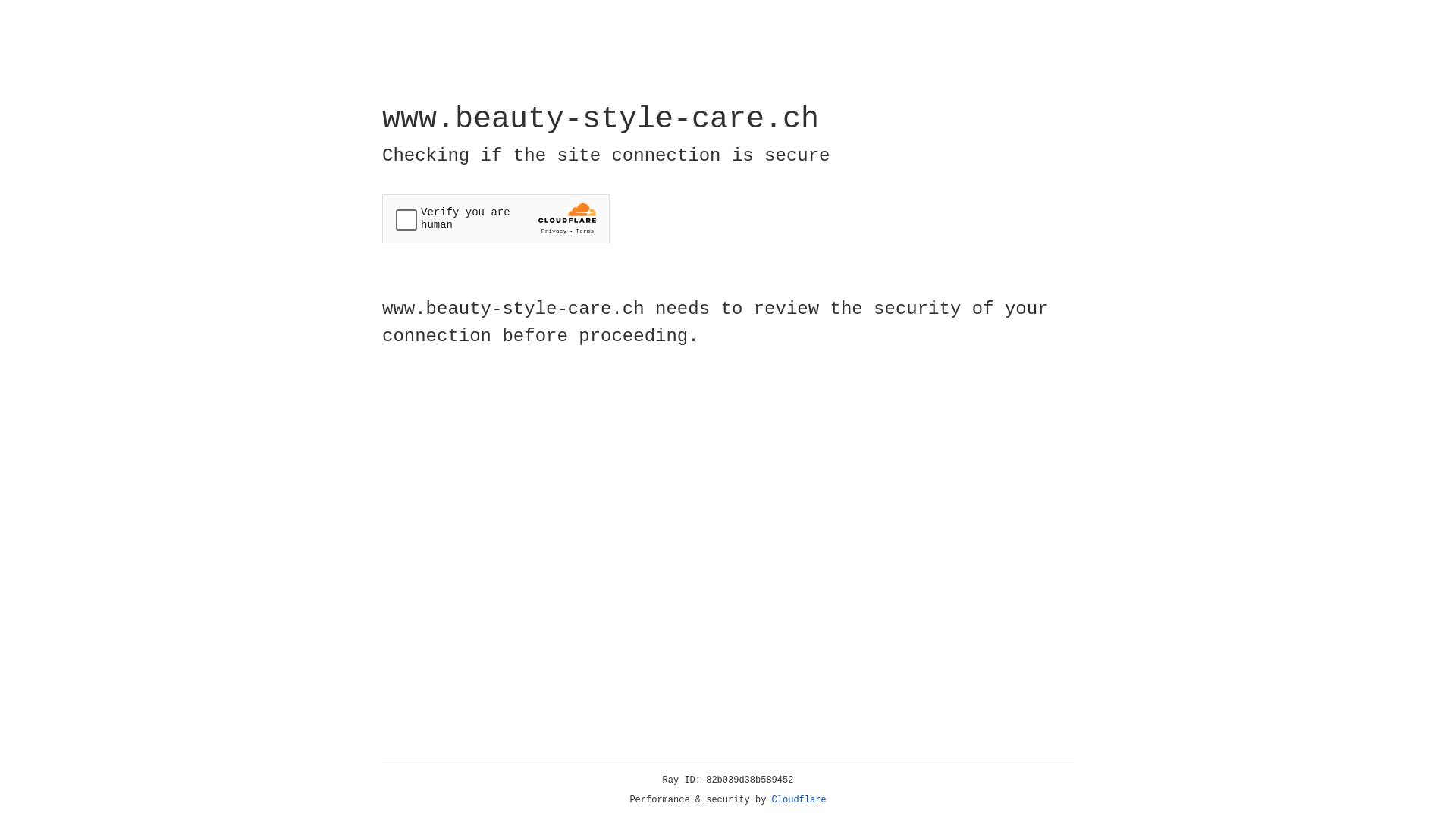  What do you see at coordinates (799, 799) in the screenshot?
I see `'Cloudflare'` at bounding box center [799, 799].